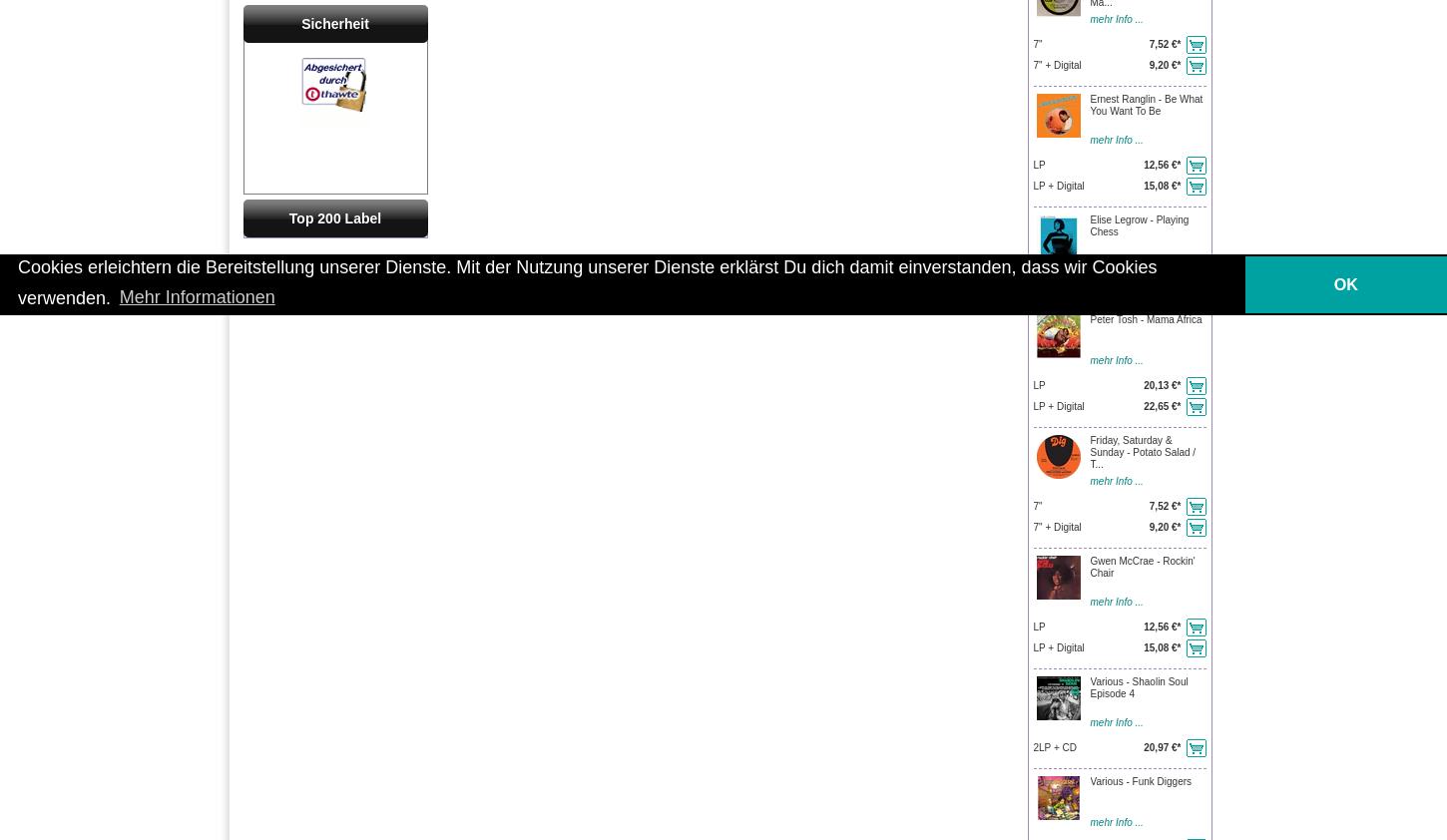 The width and height of the screenshot is (1447, 840). What do you see at coordinates (1088, 687) in the screenshot?
I see `'Various - Shaolin Soul Episode 4'` at bounding box center [1088, 687].